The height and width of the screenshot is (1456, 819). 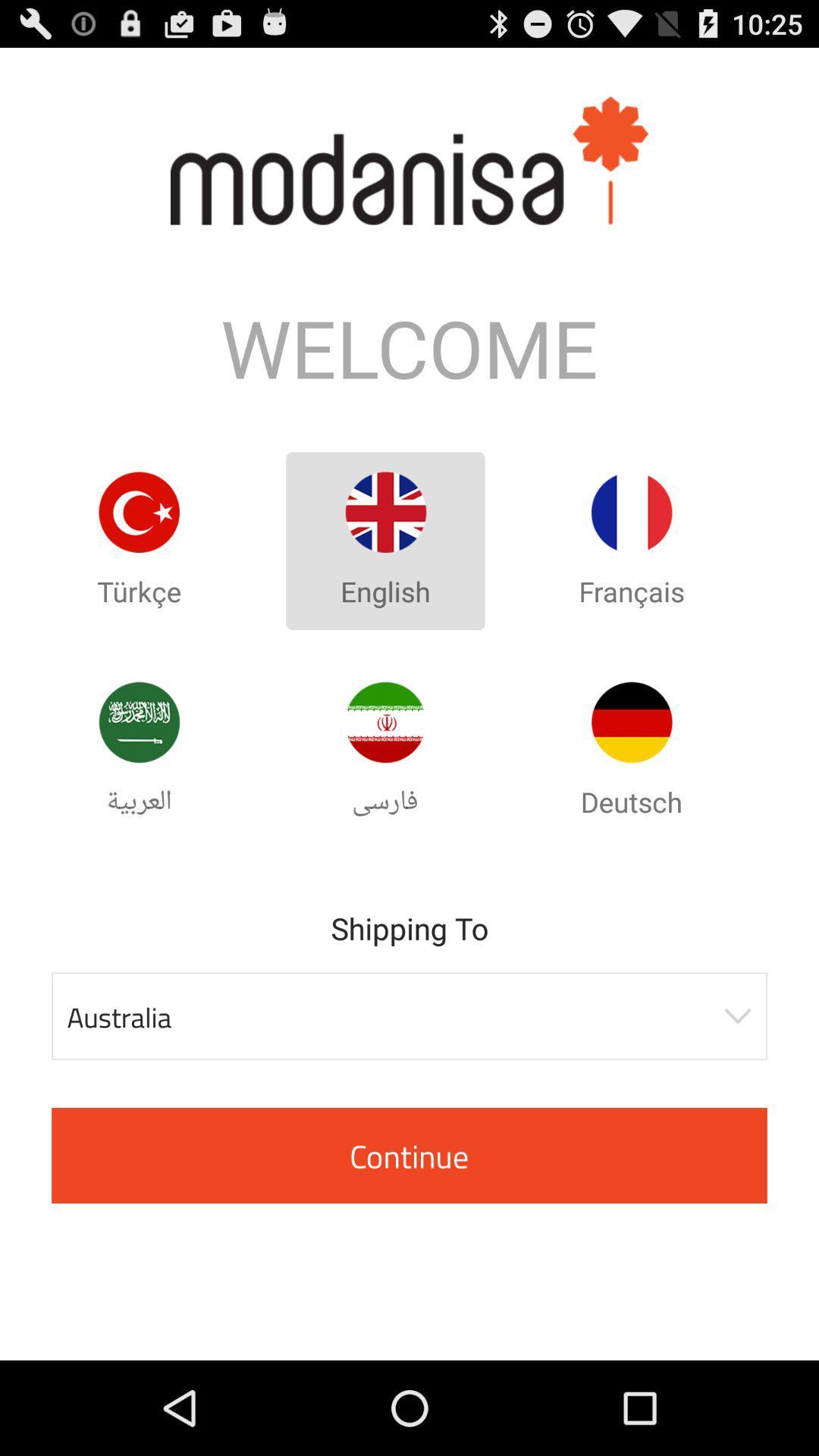 I want to click on language button, so click(x=384, y=721).